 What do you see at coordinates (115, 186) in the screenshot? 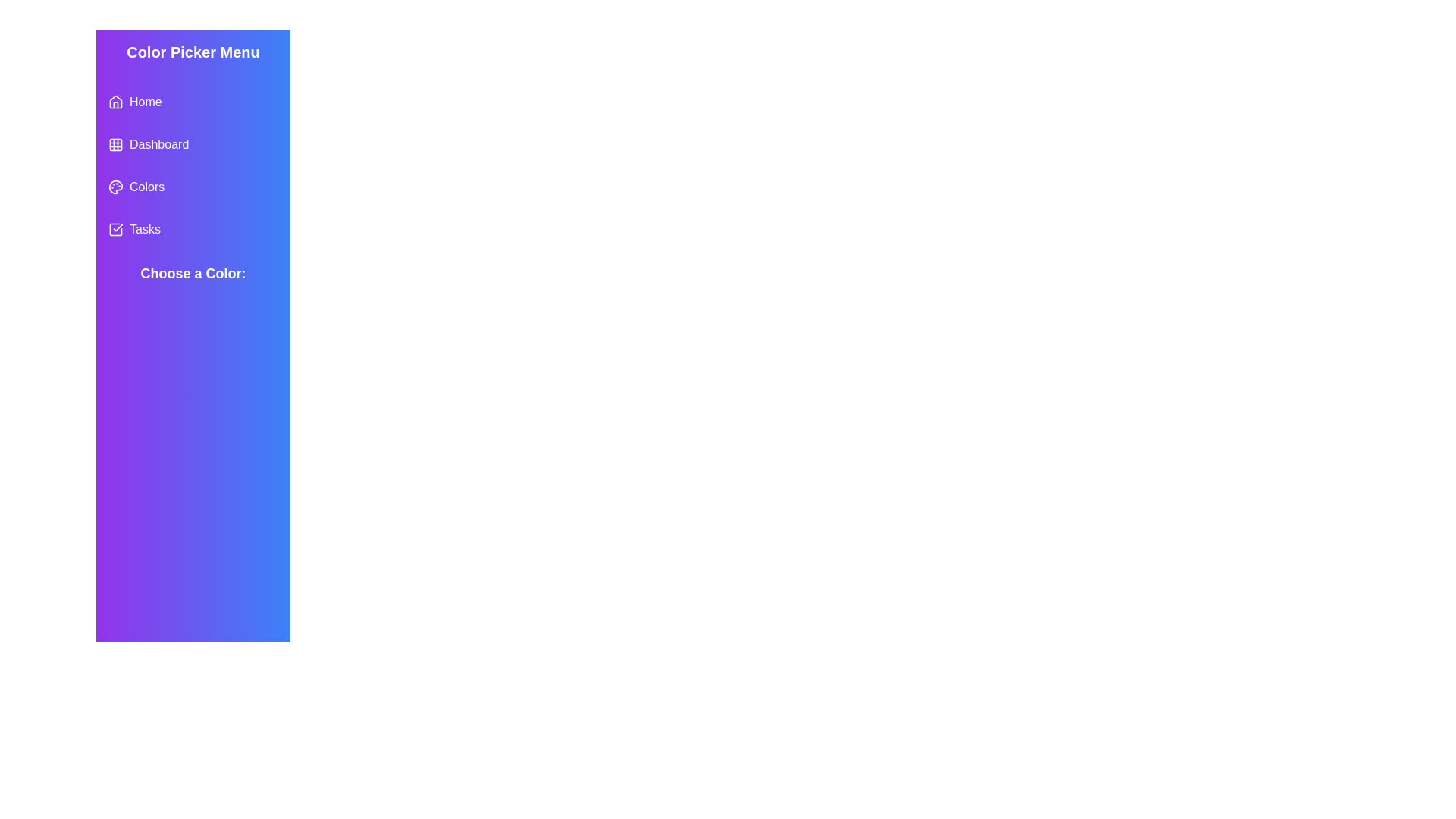
I see `the palette icon located in the 'Colors' section of the sidebar menu` at bounding box center [115, 186].